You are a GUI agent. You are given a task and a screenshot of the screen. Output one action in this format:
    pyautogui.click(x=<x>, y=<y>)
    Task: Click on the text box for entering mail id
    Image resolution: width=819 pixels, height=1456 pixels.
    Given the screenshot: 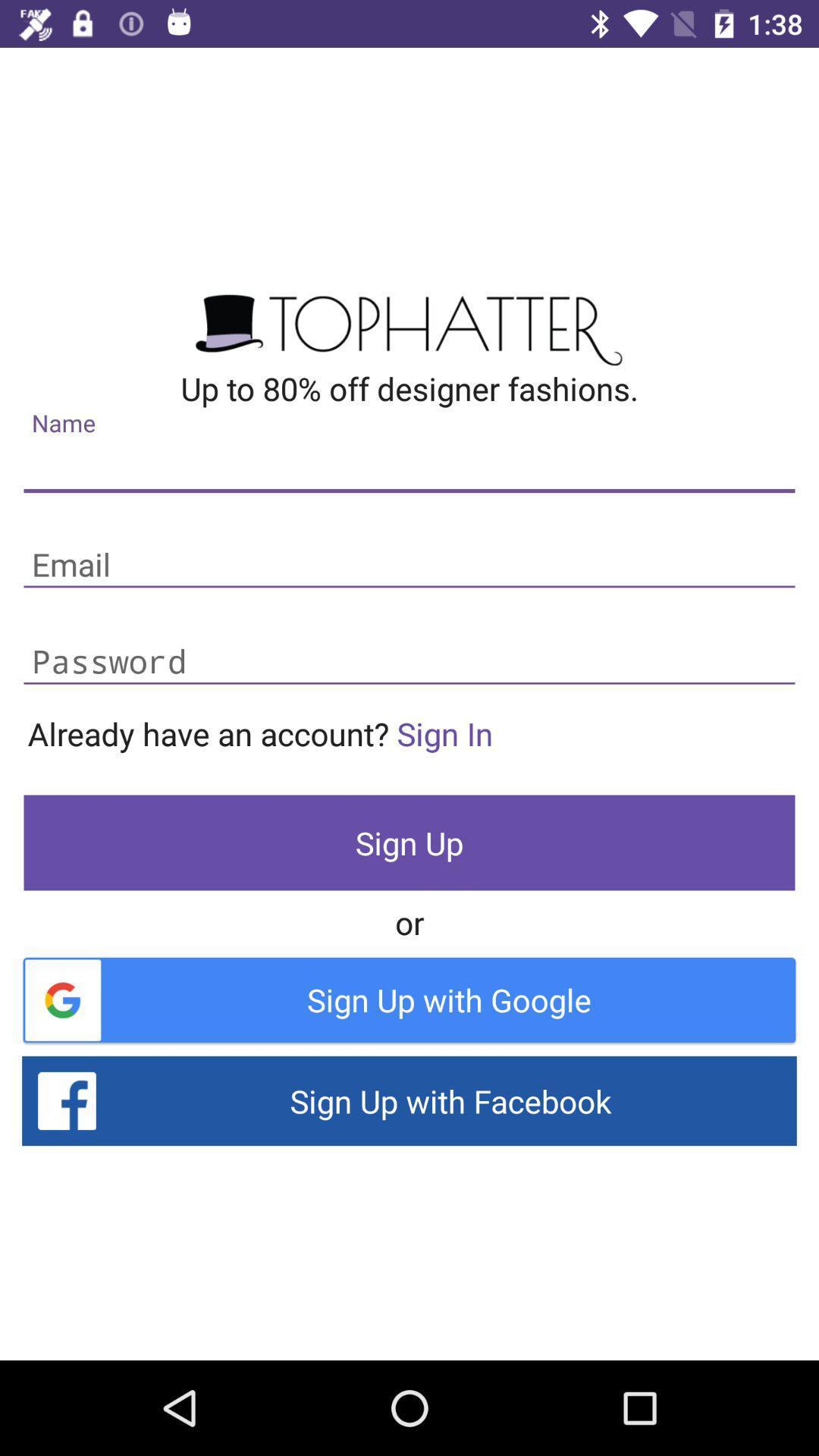 What is the action you would take?
    pyautogui.click(x=409, y=565)
    